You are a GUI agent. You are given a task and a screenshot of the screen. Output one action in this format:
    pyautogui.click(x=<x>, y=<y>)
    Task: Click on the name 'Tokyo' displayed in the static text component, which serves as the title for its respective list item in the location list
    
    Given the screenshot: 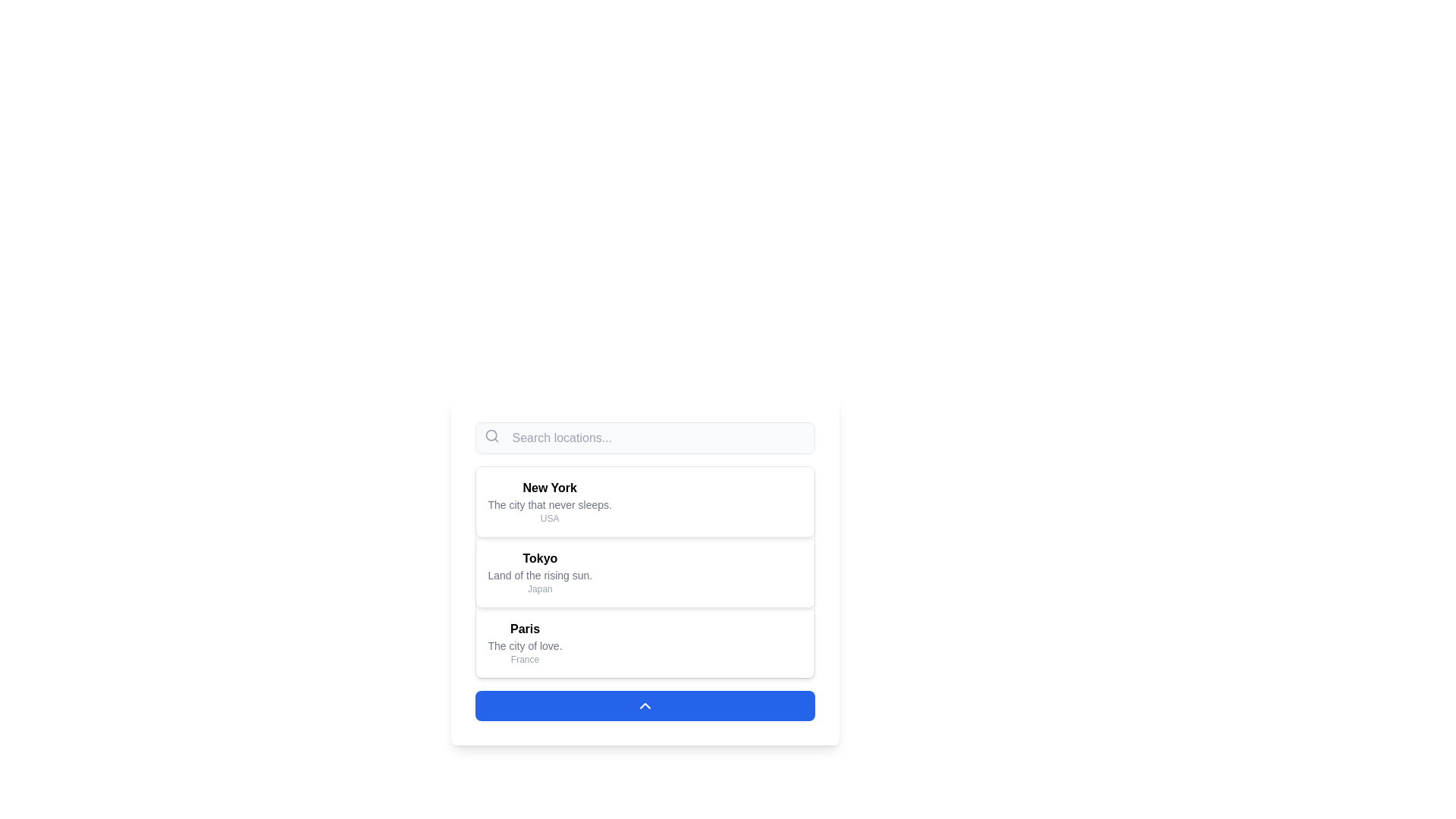 What is the action you would take?
    pyautogui.click(x=540, y=558)
    